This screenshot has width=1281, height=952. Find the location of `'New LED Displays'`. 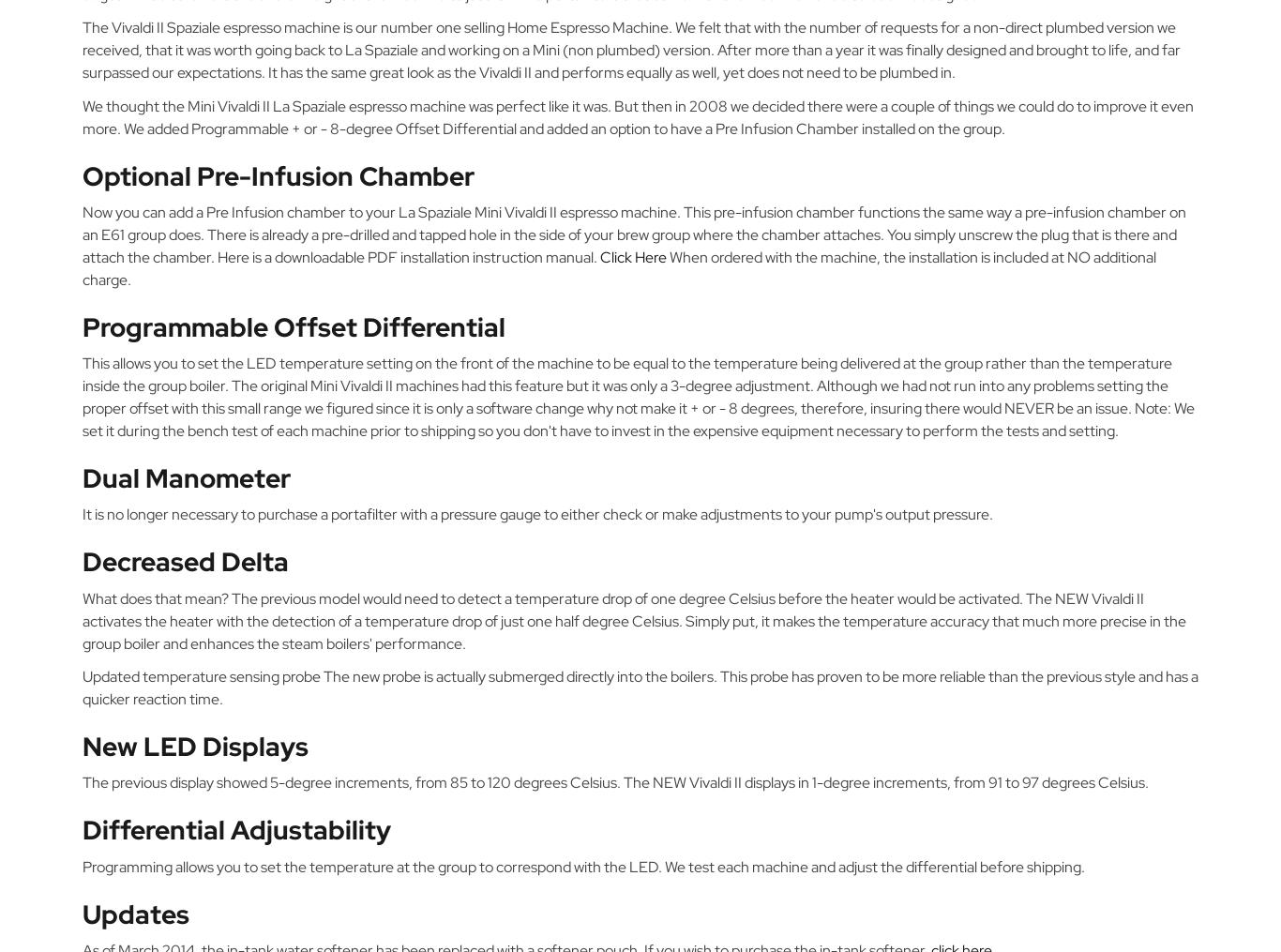

'New LED Displays' is located at coordinates (194, 745).